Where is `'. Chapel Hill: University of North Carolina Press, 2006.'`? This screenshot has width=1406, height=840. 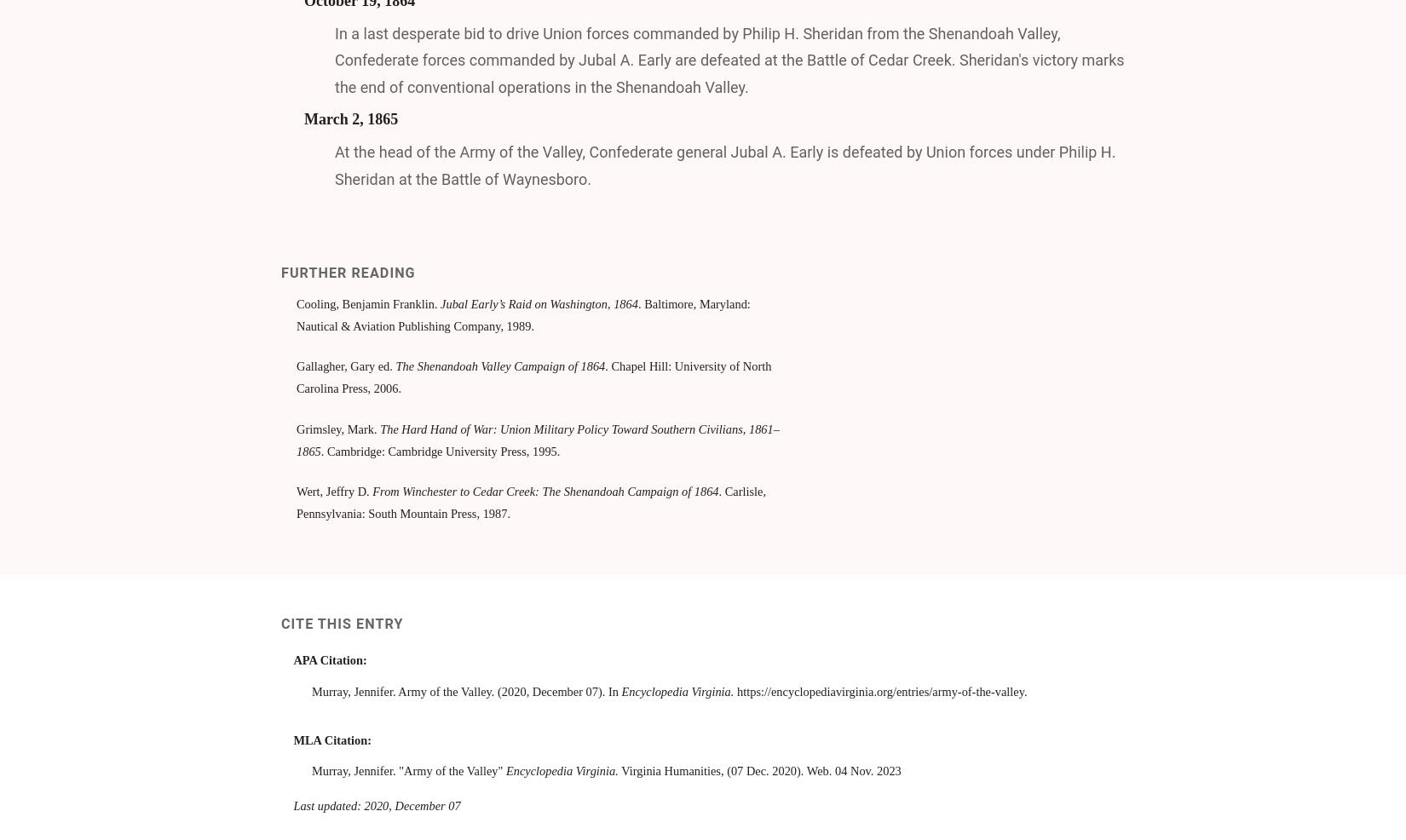 '. Chapel Hill: University of North Carolina Press, 2006.' is located at coordinates (533, 377).